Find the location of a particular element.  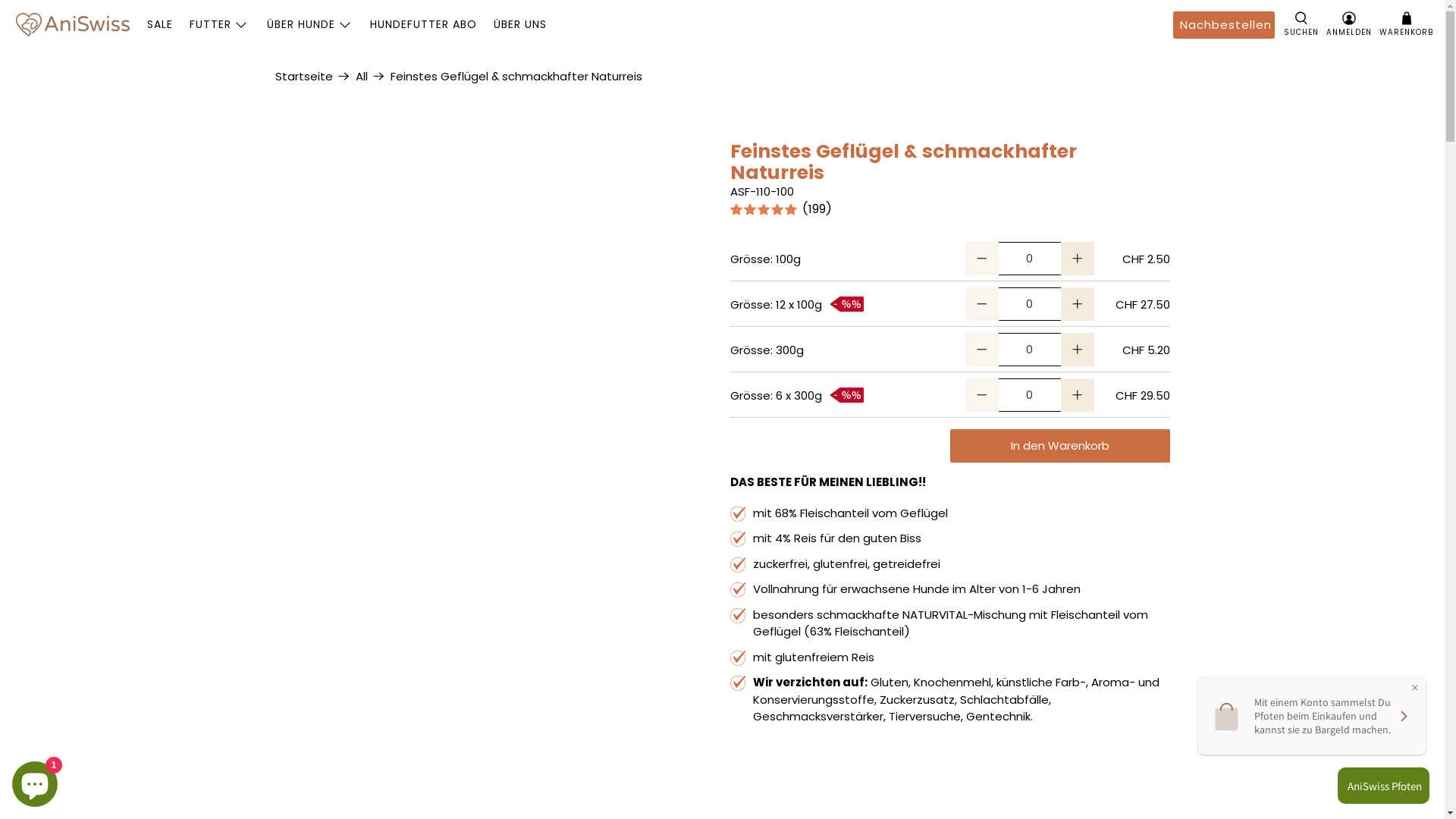

'In den Warenkorb' is located at coordinates (1058, 444).